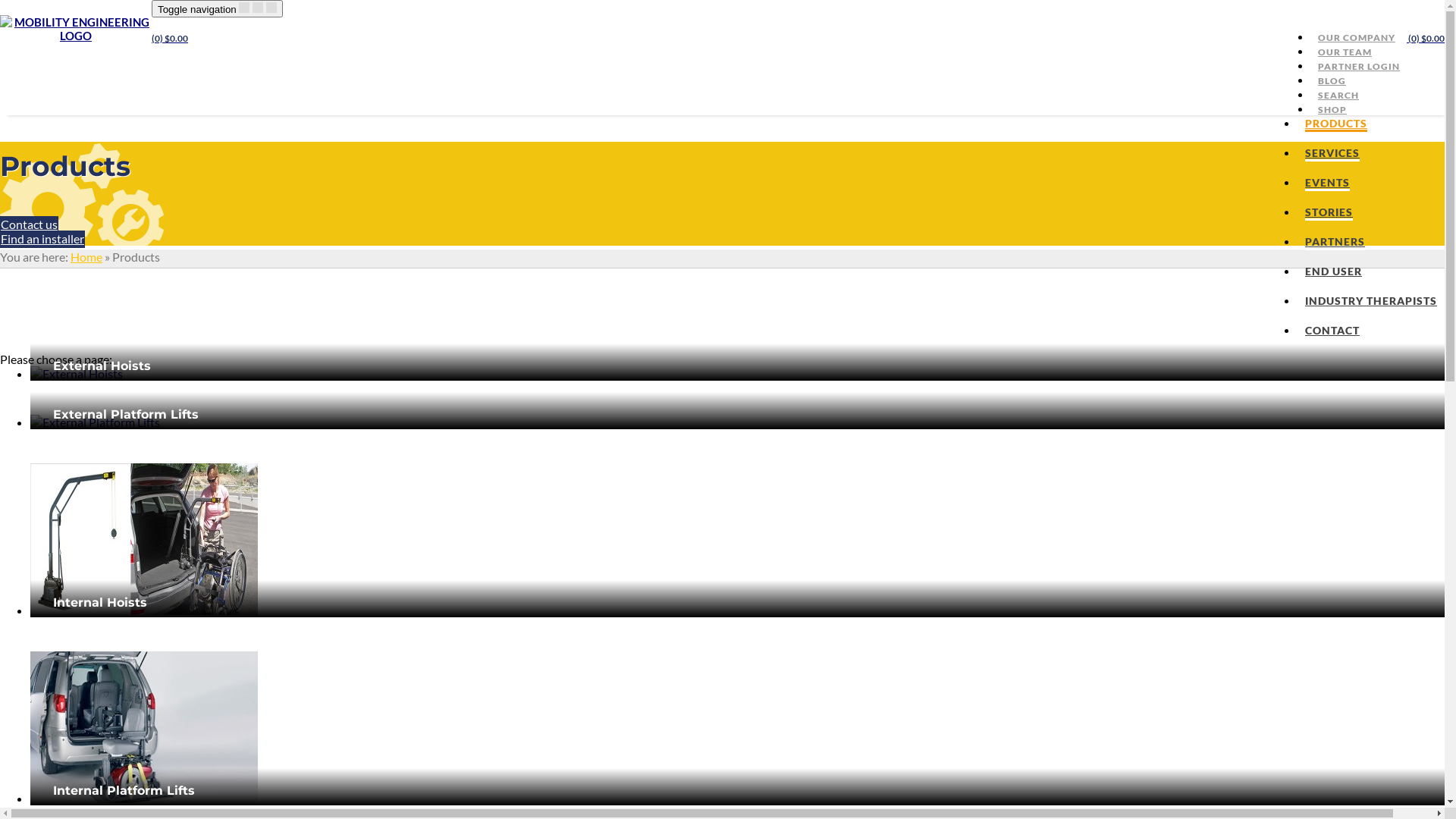 This screenshot has width=1456, height=819. I want to click on 'STORIES', so click(1328, 213).